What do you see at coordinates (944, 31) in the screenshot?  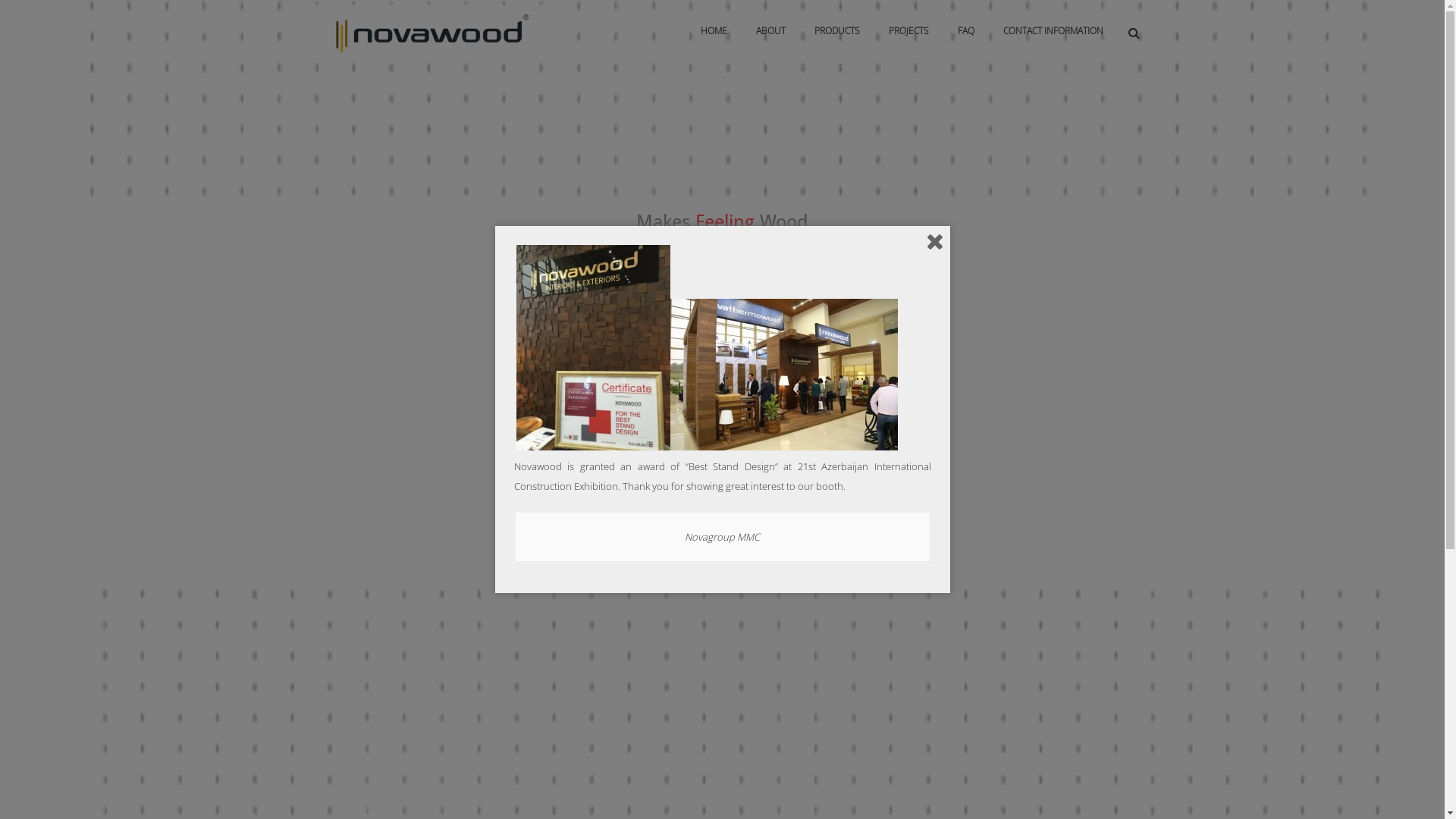 I see `'FAQ'` at bounding box center [944, 31].